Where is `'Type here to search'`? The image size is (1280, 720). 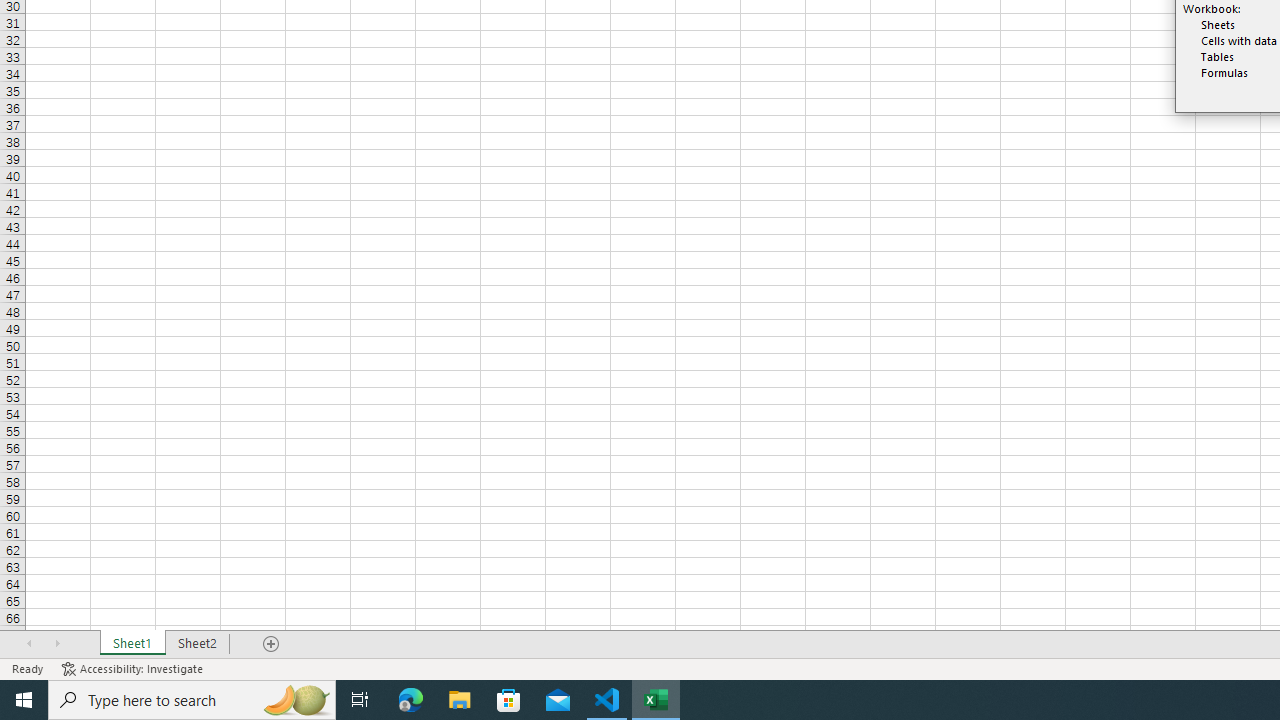 'Type here to search' is located at coordinates (192, 698).